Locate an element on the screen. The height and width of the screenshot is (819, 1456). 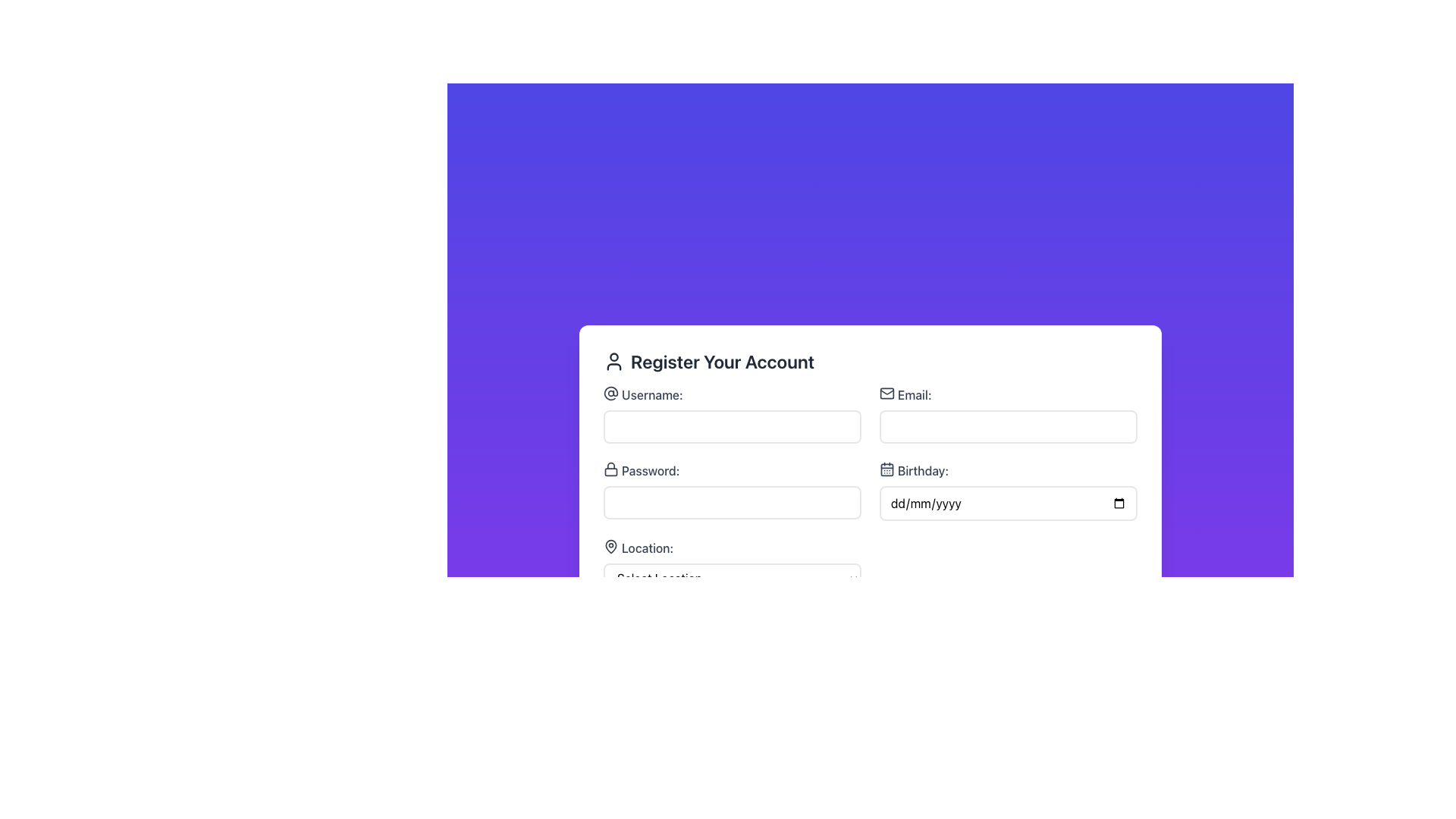
the '@' icon element associated with the 'Username' field in the registration form is located at coordinates (611, 391).